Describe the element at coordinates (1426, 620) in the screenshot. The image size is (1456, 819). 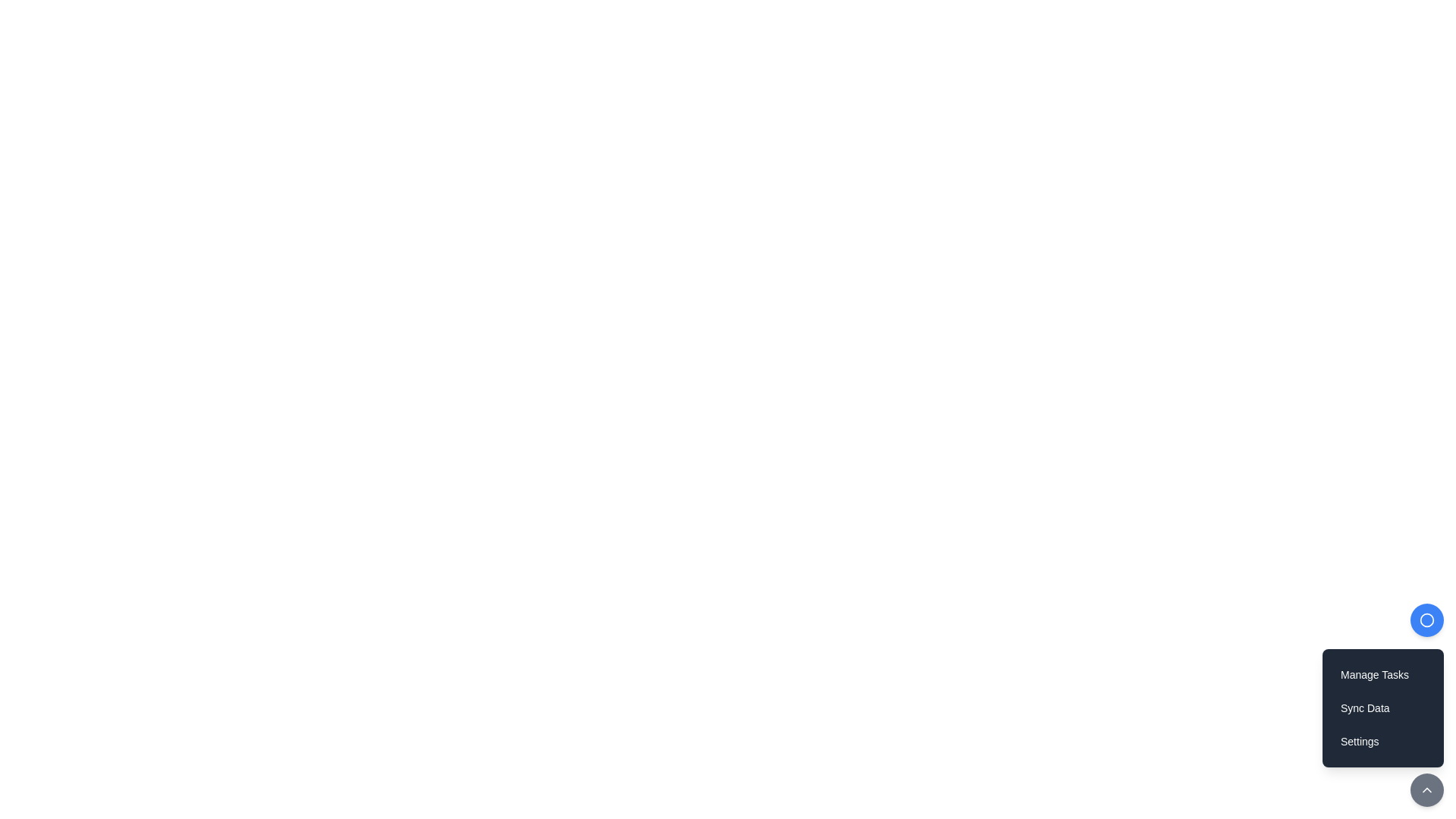
I see `the Circular Button located at the top-right corner of a vertical column of buttons, which includes 'Manage Tasks', 'Sync Data', and 'Settings'` at that location.